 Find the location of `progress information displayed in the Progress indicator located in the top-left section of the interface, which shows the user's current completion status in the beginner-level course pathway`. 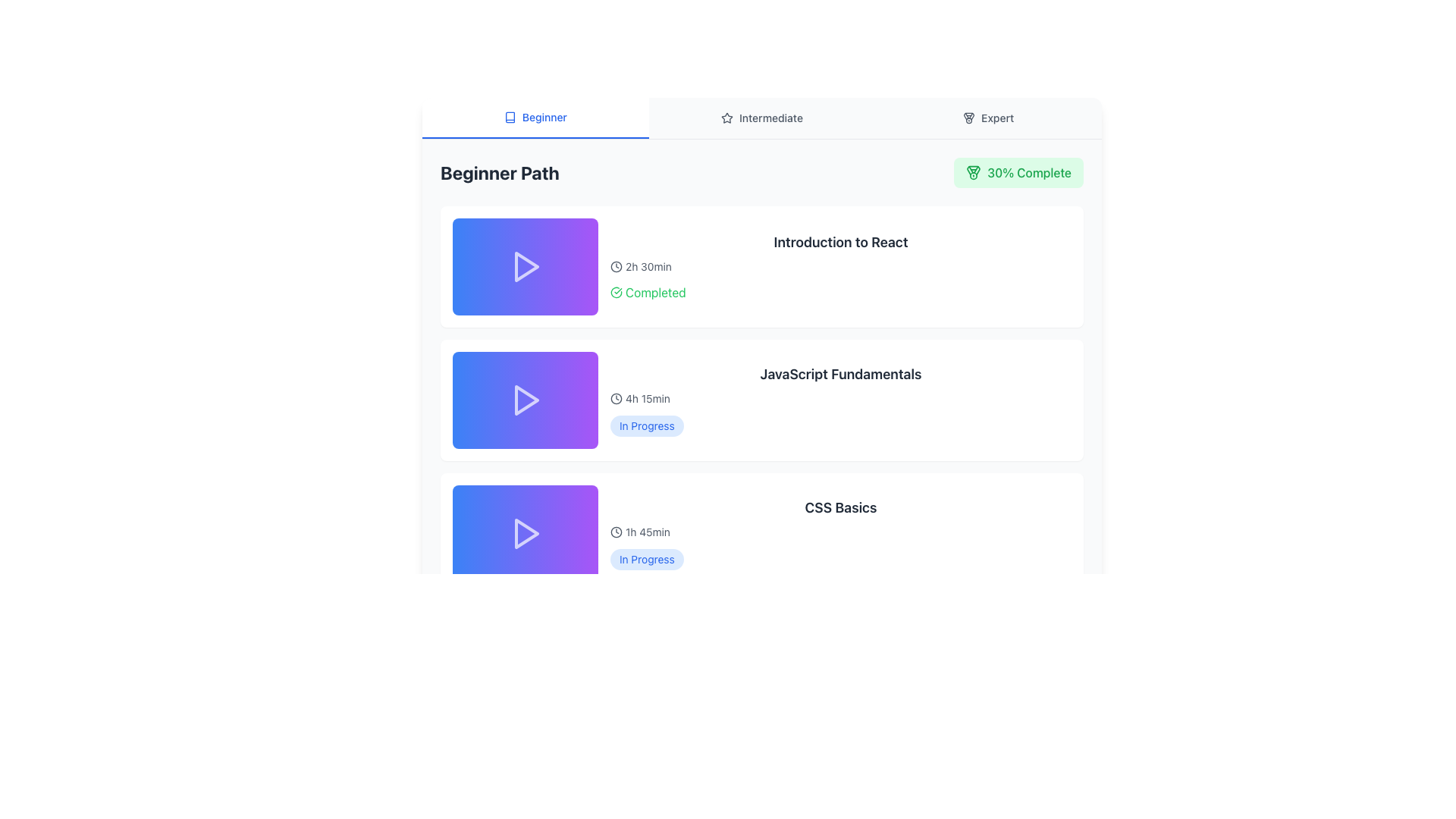

progress information displayed in the Progress indicator located in the top-left section of the interface, which shows the user's current completion status in the beginner-level course pathway is located at coordinates (761, 171).